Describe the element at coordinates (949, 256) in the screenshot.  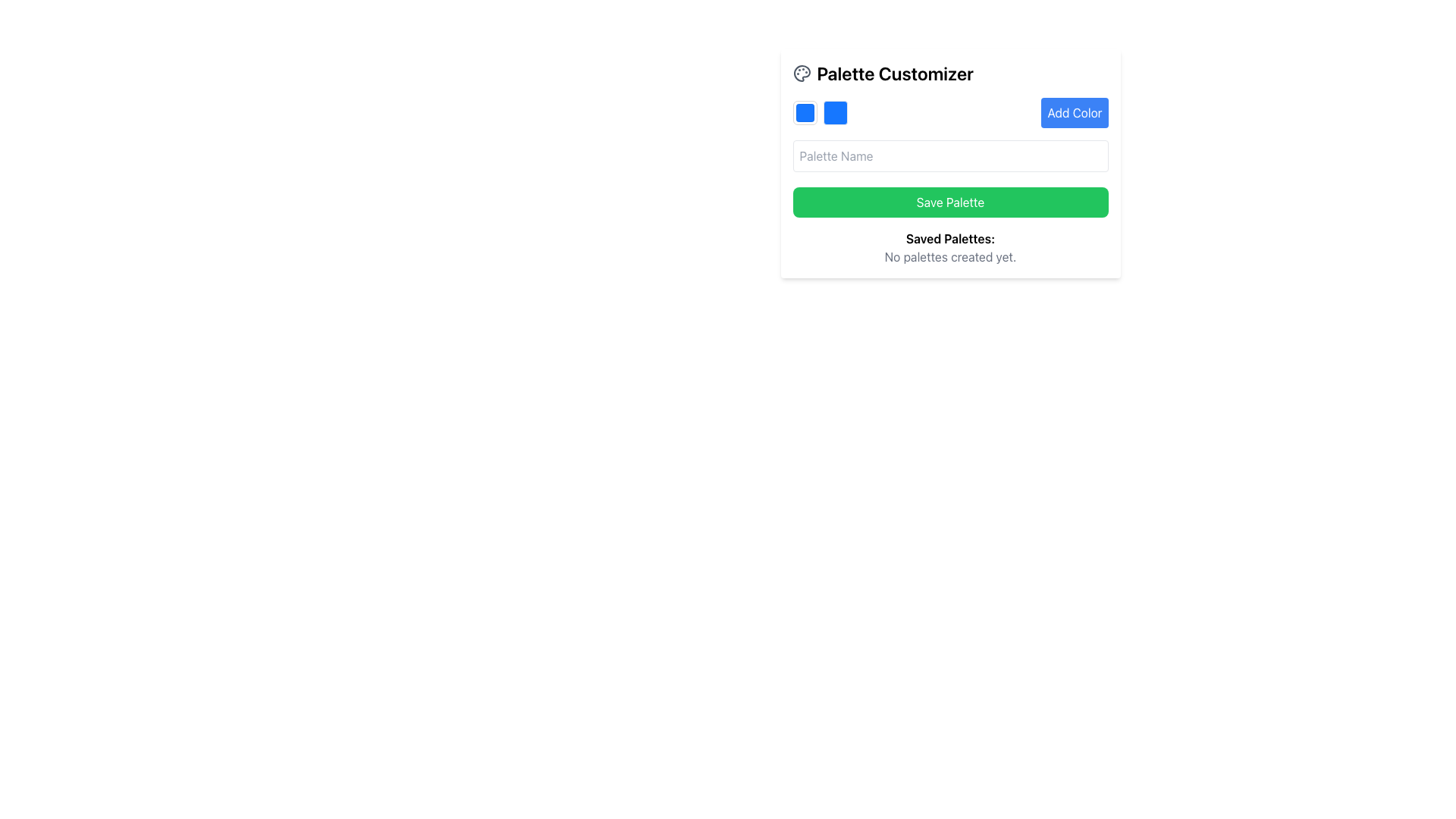
I see `the static text indicating that there are currently no saved palettes, positioned directly below the 'Saved Palettes:' header` at that location.